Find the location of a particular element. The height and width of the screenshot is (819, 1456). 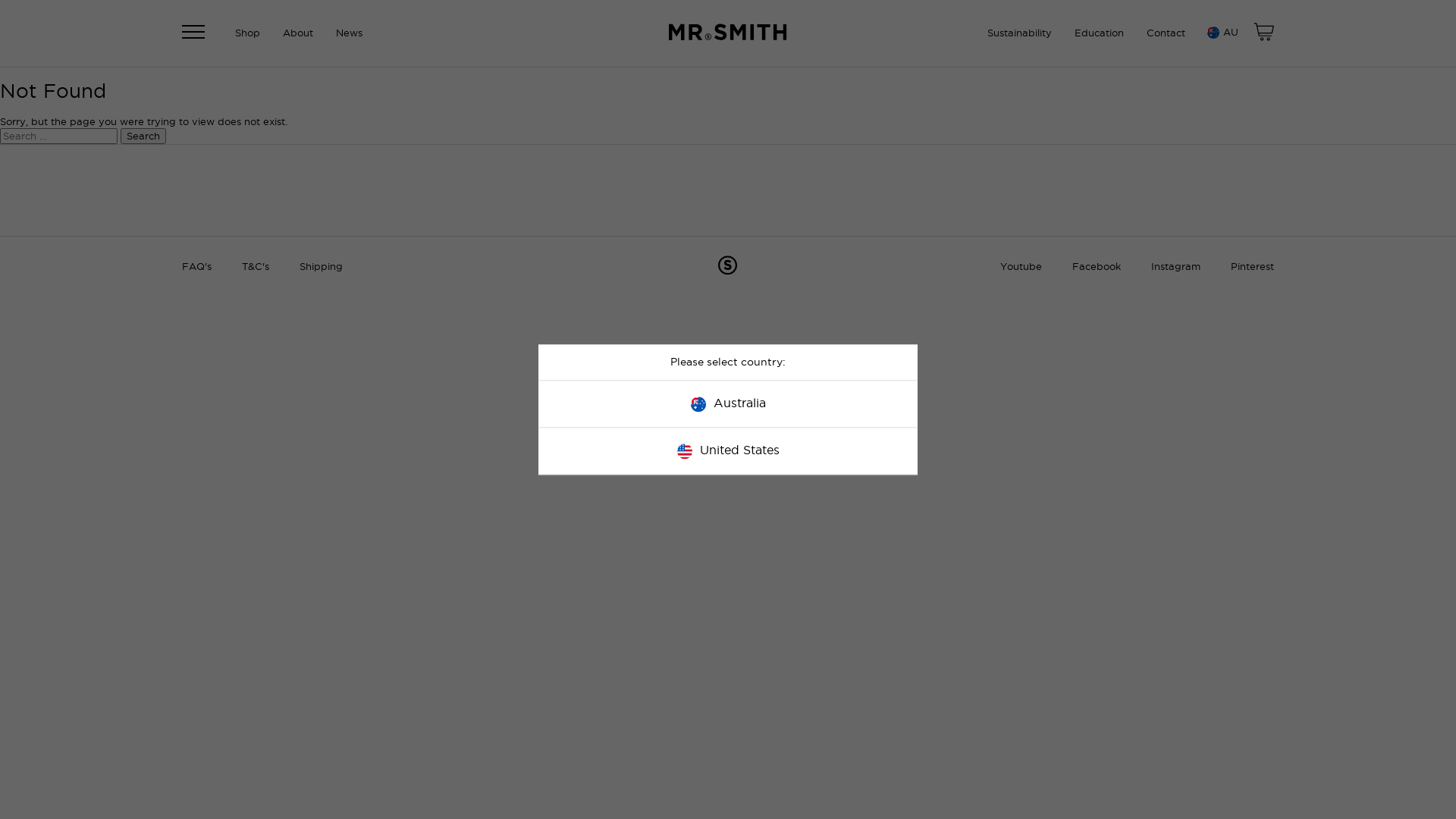

'AU' is located at coordinates (1220, 32).